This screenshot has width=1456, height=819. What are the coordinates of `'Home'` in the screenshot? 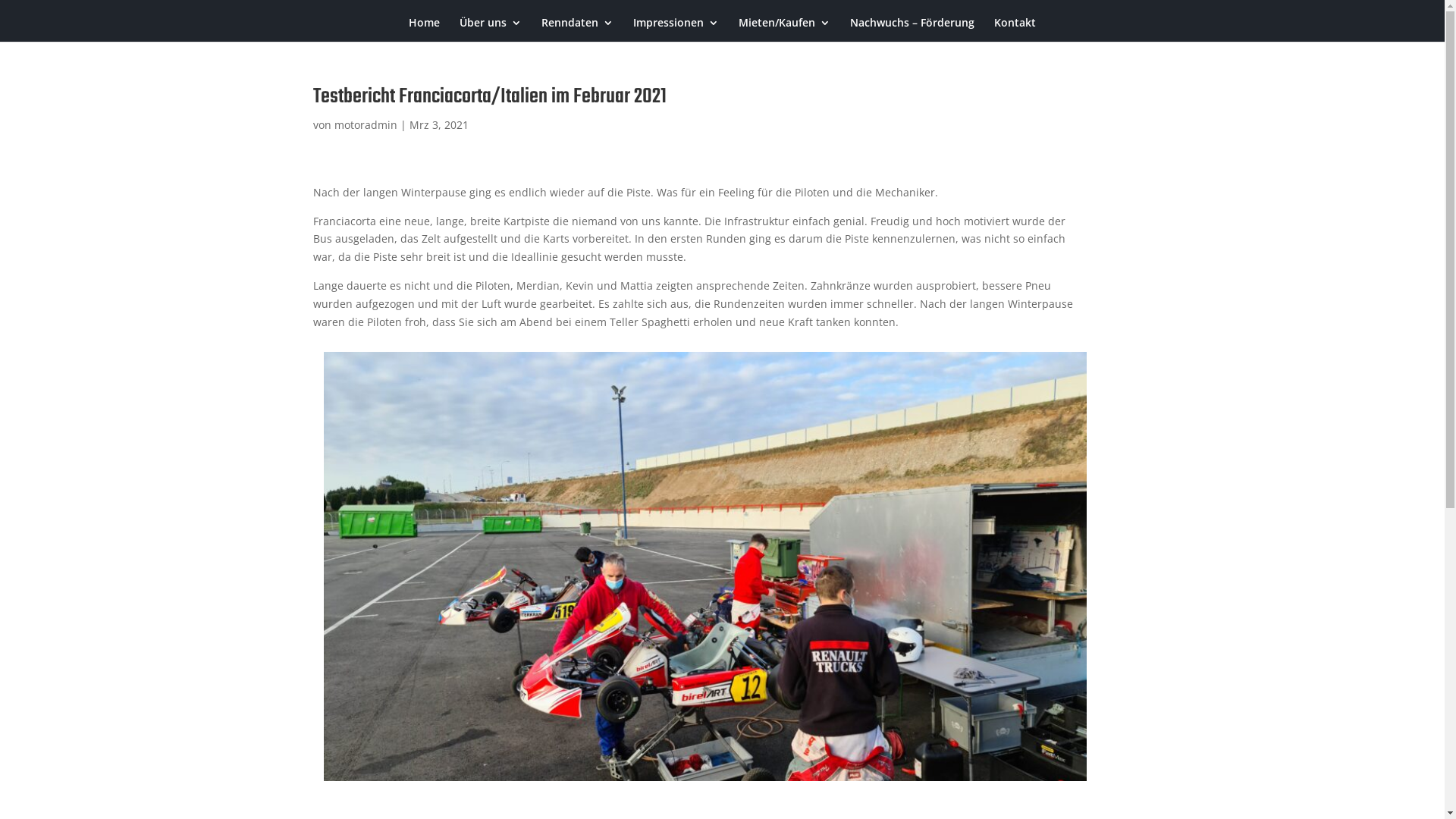 It's located at (408, 29).